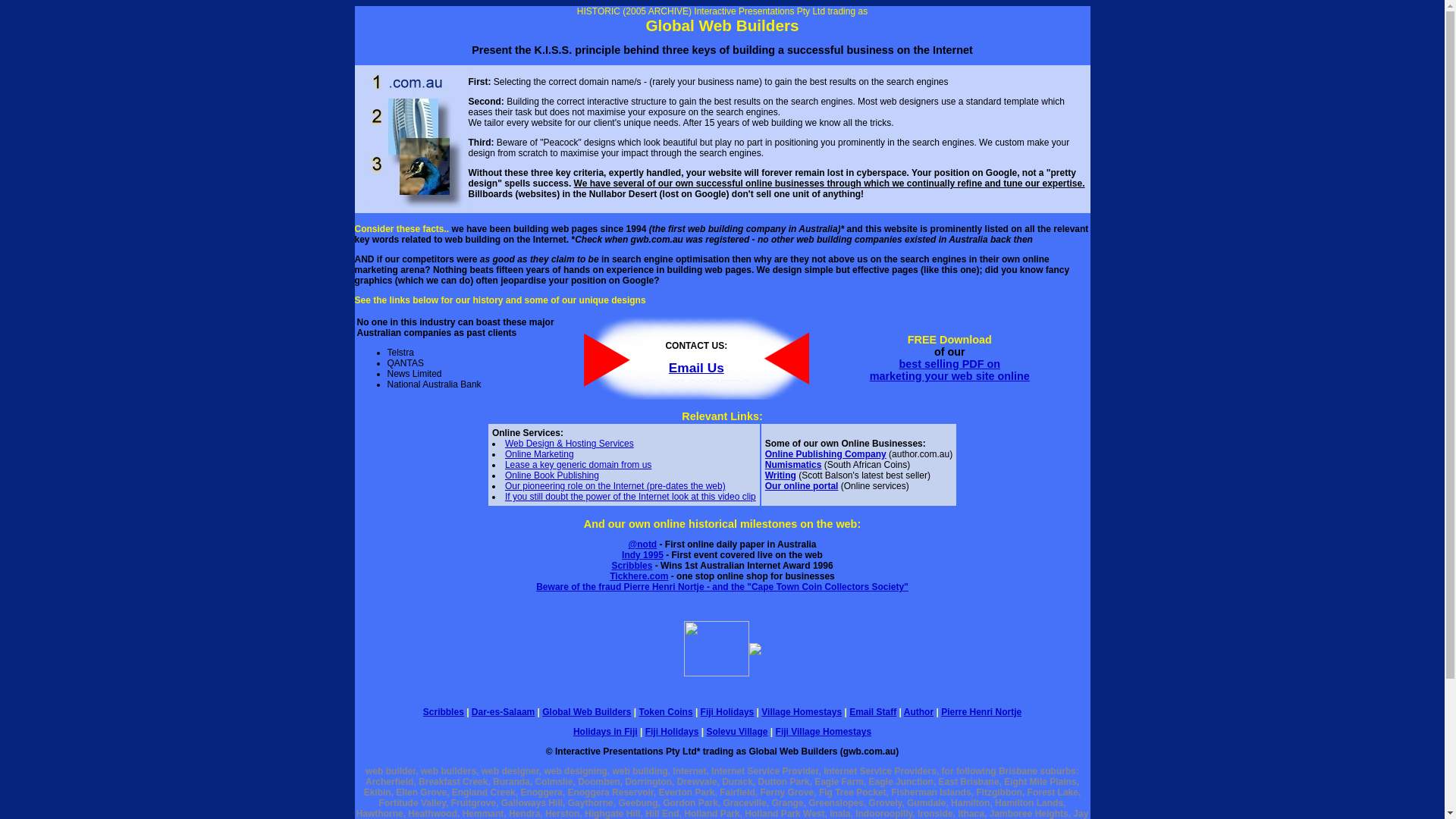 The image size is (1456, 819). Describe the element at coordinates (801, 485) in the screenshot. I see `'Our online portal'` at that location.